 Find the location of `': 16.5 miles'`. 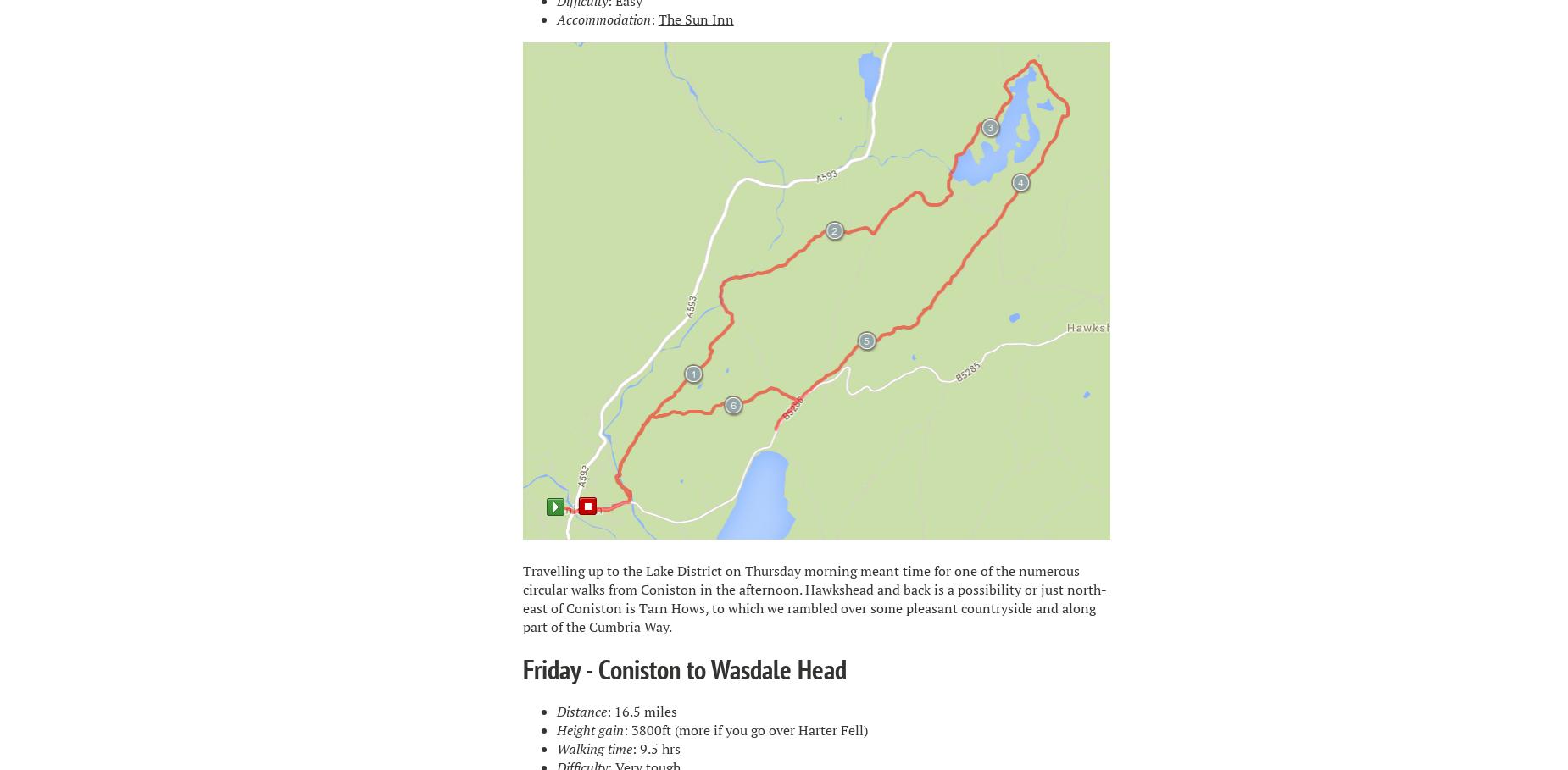

': 16.5 miles' is located at coordinates (606, 711).